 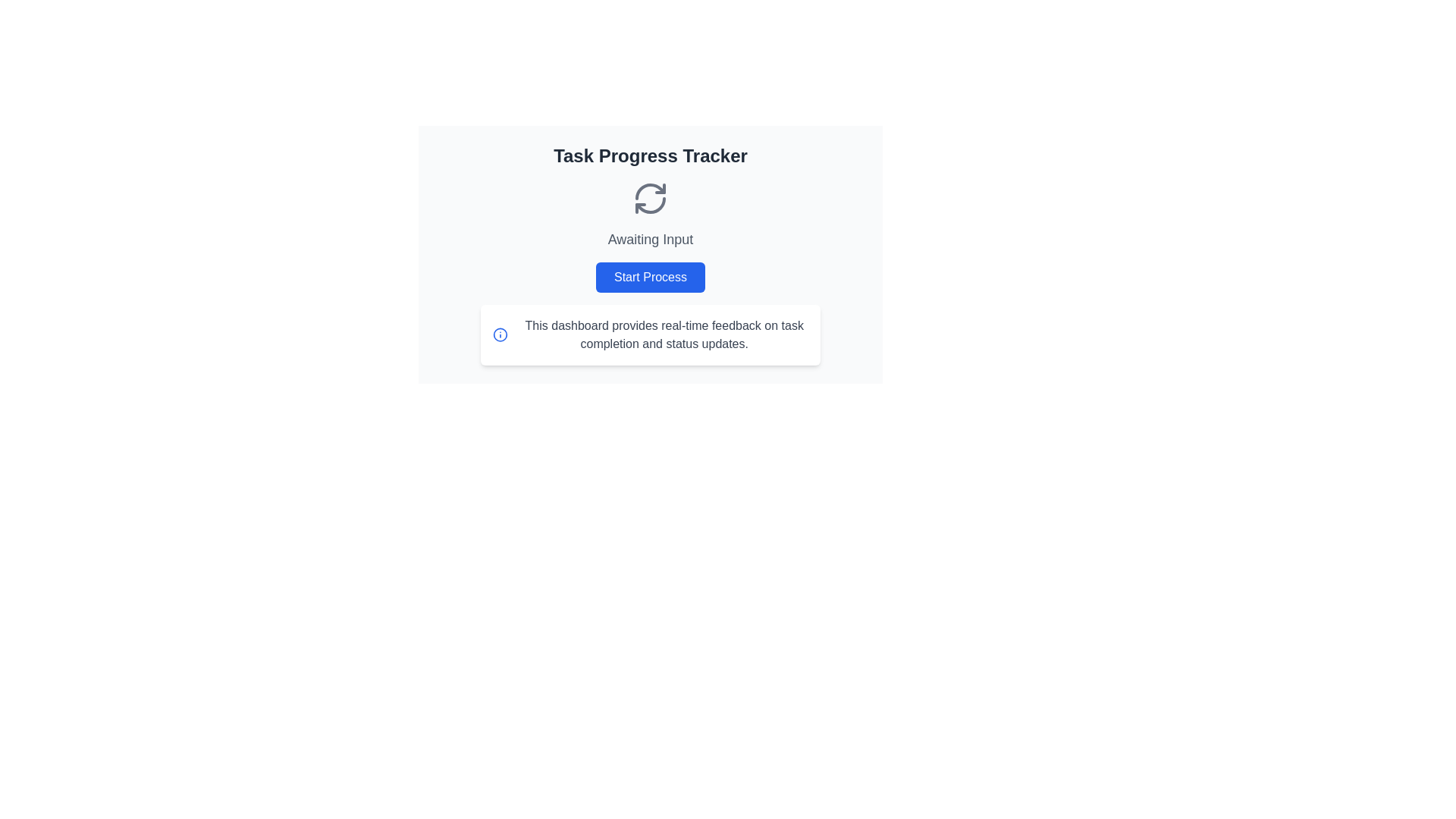 What do you see at coordinates (651, 191) in the screenshot?
I see `the upper left curve of the circular arrow icon representing the refresh function, located above the 'Awaiting Input' text and below the 'Task Progress Tracker' title` at bounding box center [651, 191].